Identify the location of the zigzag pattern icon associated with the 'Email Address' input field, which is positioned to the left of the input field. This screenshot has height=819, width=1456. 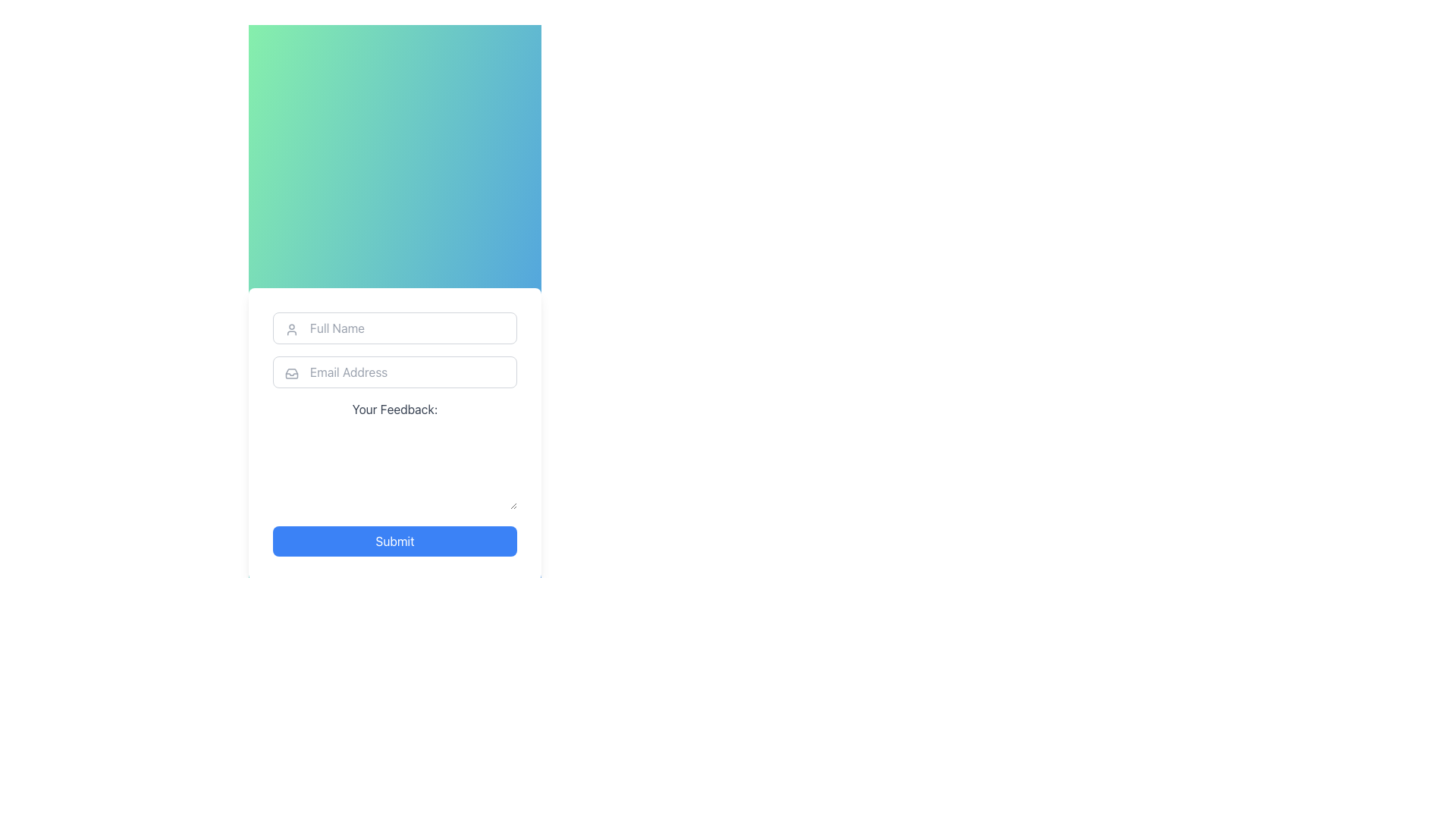
(291, 374).